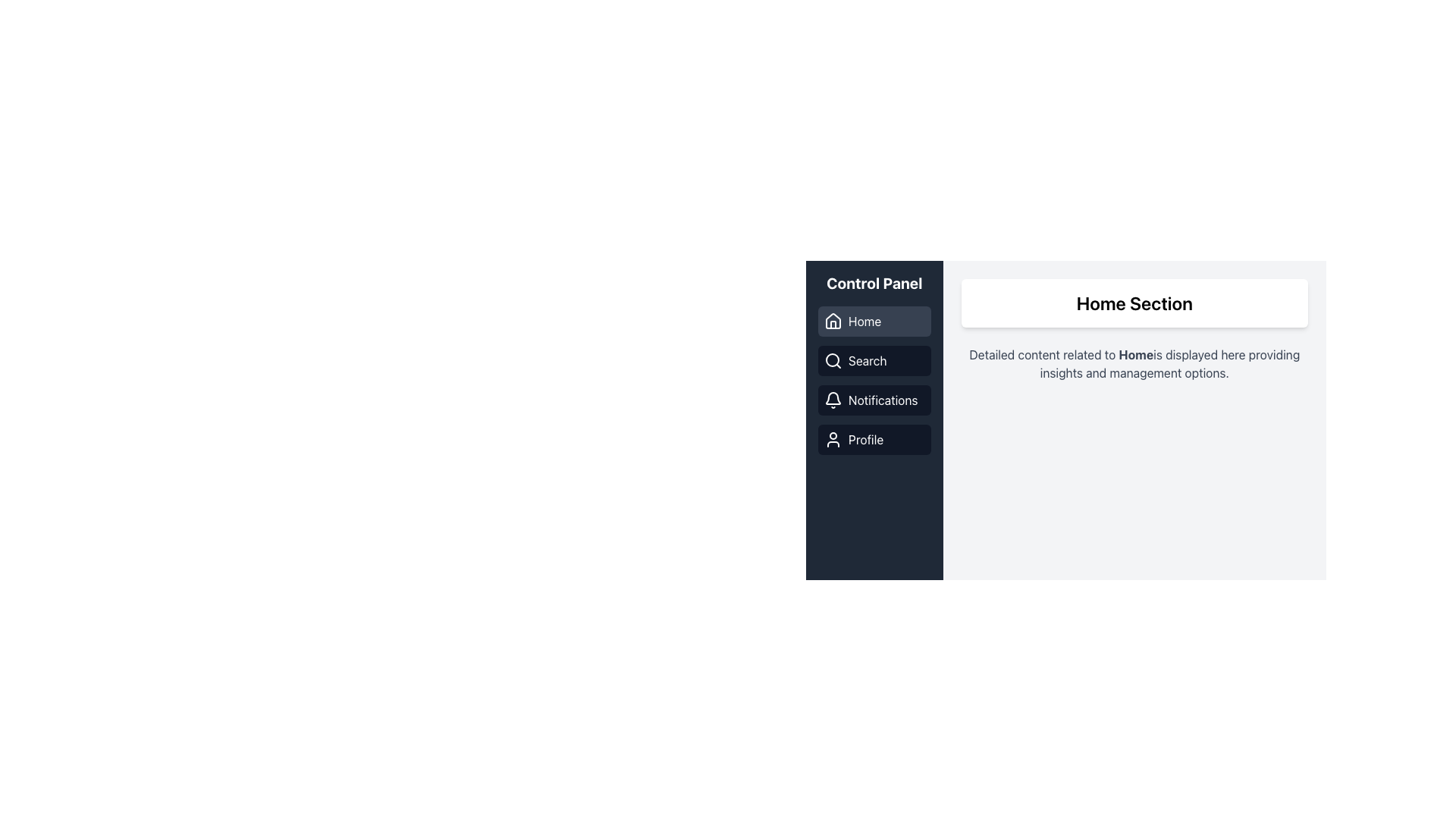 The image size is (1456, 819). What do you see at coordinates (868, 360) in the screenshot?
I see `the Text Label that indicates the 'Search' function, located in the left-side vertical navigation panel, between the 'Home' and 'Notifications' buttons` at bounding box center [868, 360].